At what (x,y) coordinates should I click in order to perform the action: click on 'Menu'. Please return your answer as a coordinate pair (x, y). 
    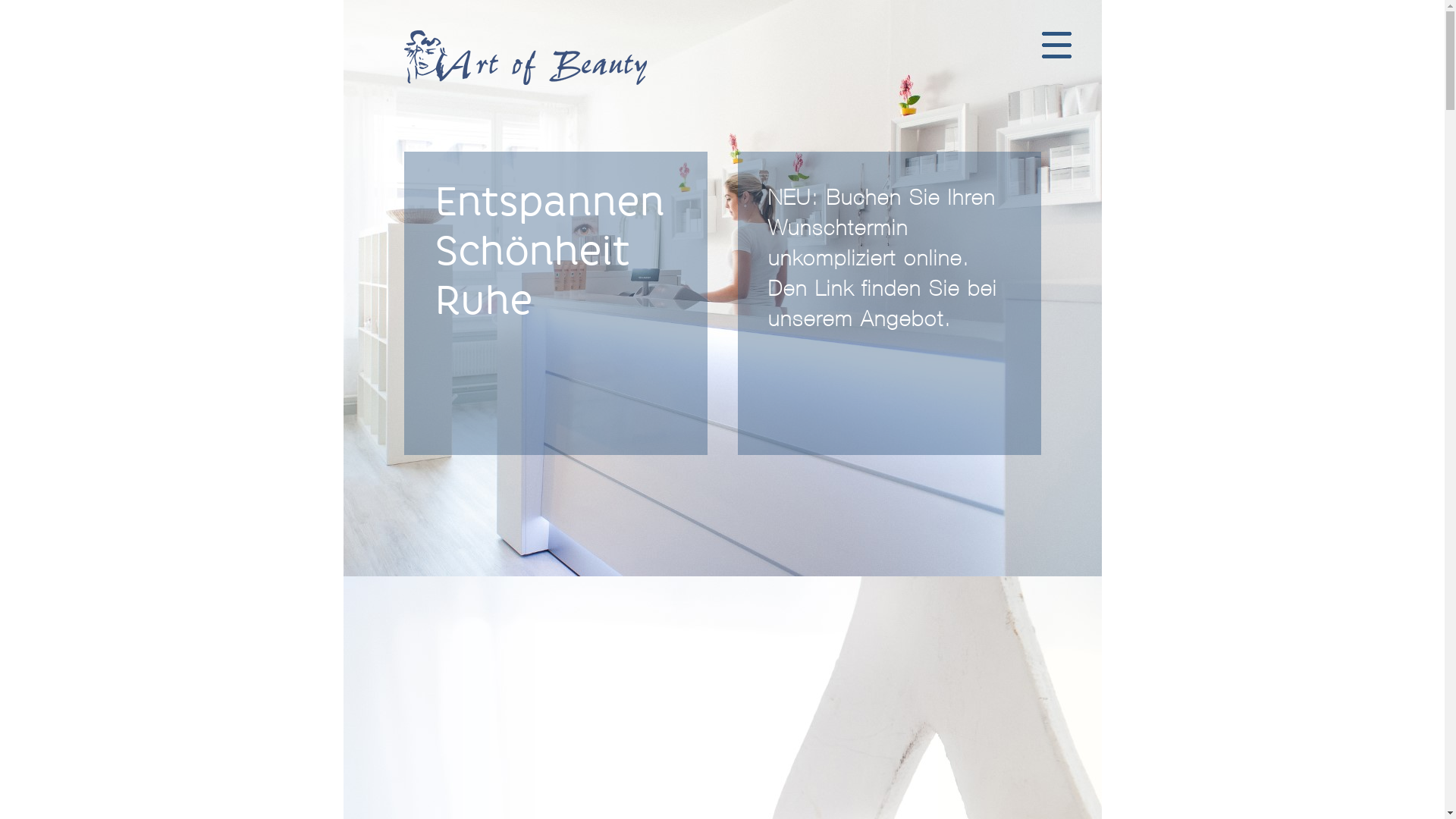
    Looking at the image, I should click on (1056, 44).